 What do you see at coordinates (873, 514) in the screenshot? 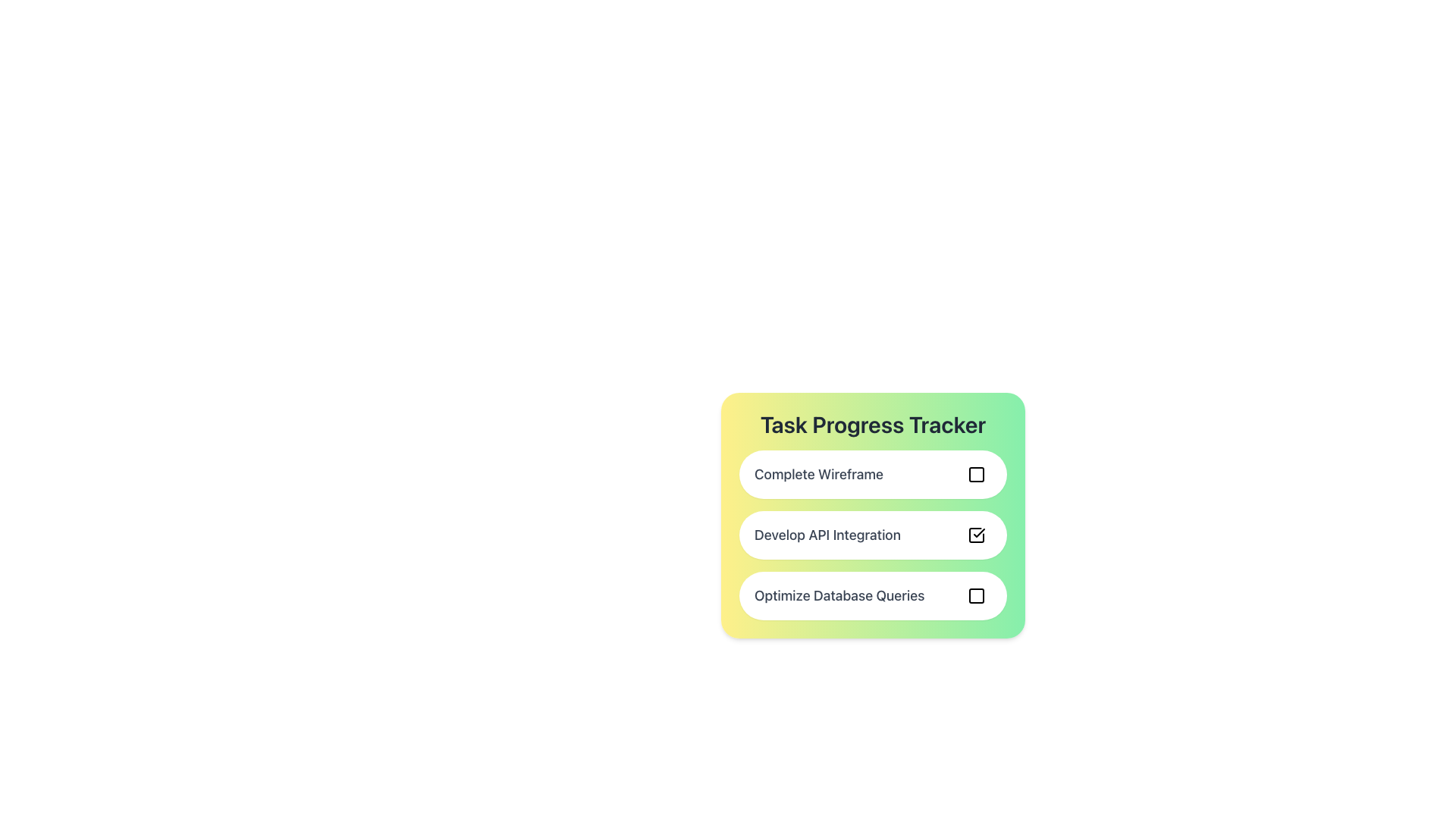
I see `the second task block labeled 'Develop API Integration' within the 'Task Progress Tracker' card` at bounding box center [873, 514].